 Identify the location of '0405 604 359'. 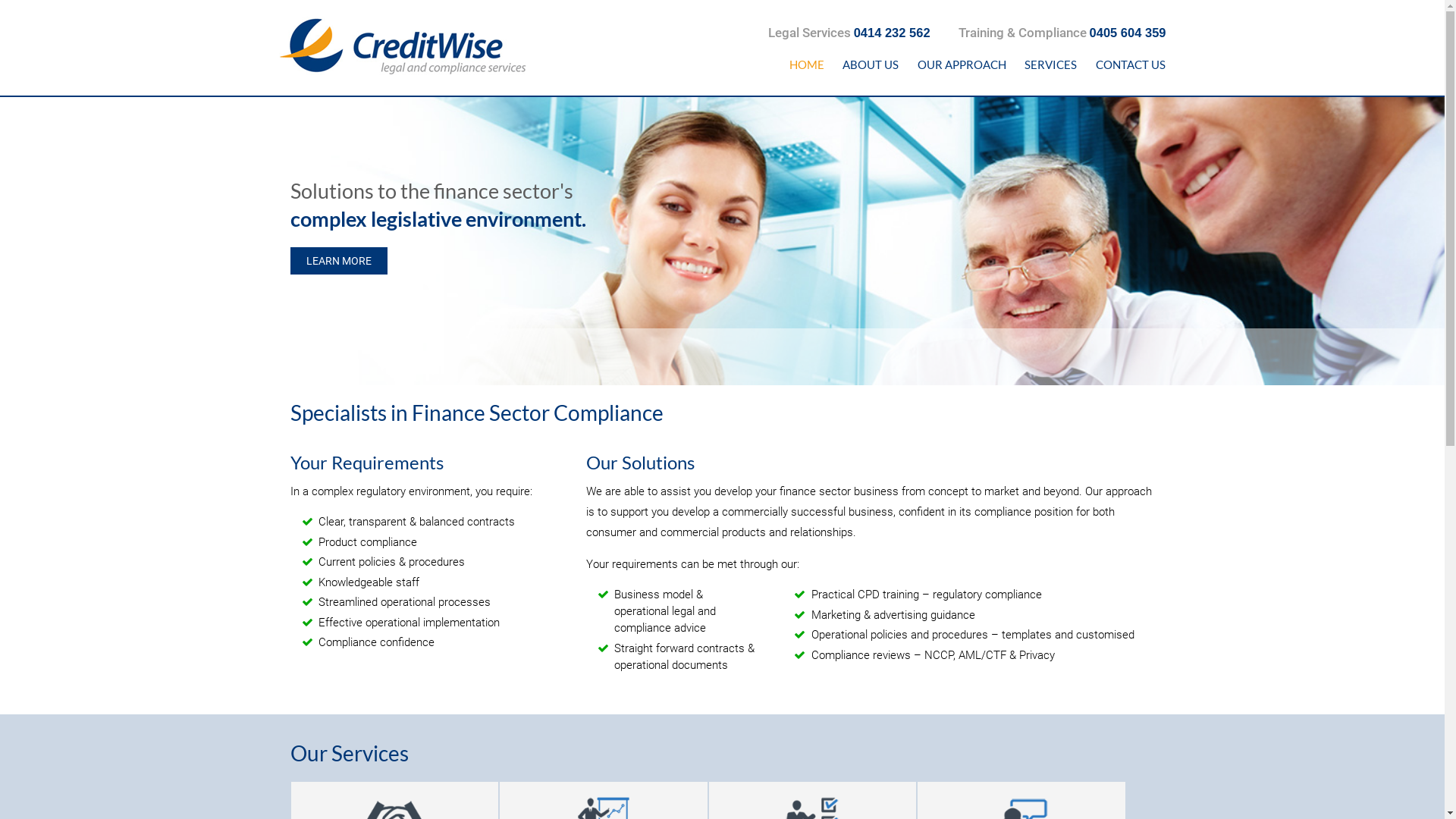
(1128, 32).